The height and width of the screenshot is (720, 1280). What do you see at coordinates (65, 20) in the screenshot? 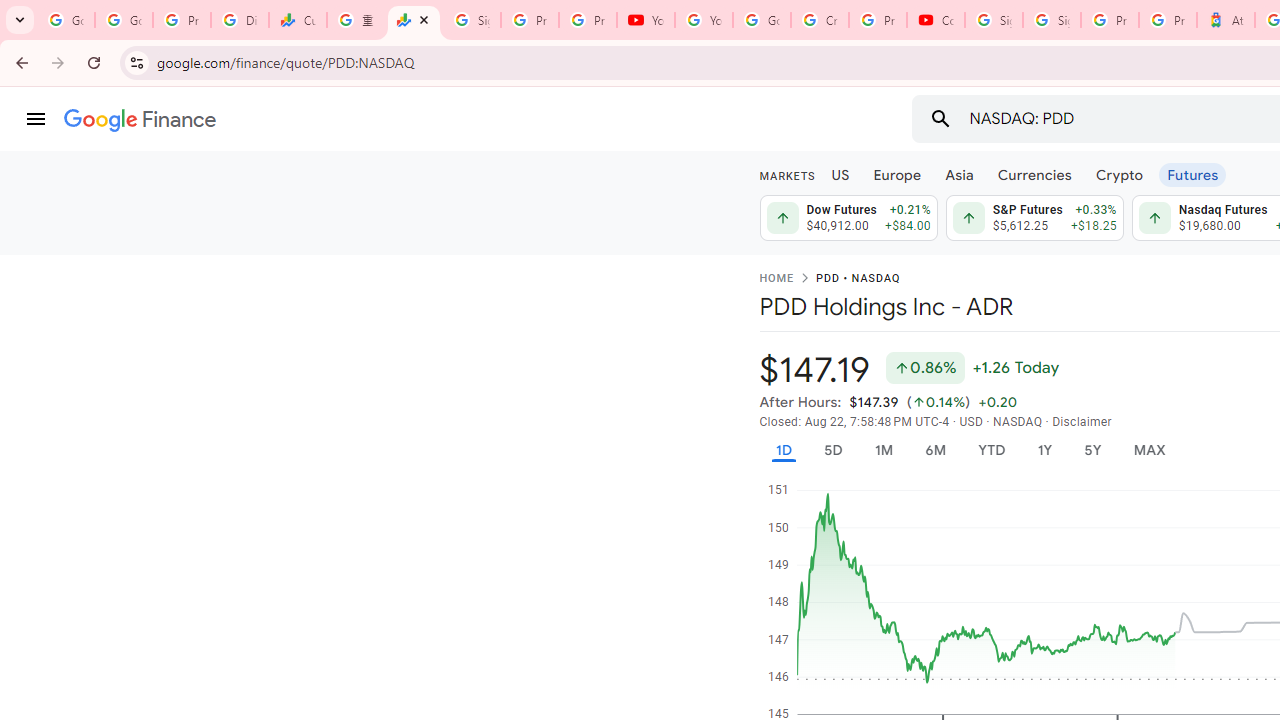
I see `'Google Workspace Admin Community'` at bounding box center [65, 20].